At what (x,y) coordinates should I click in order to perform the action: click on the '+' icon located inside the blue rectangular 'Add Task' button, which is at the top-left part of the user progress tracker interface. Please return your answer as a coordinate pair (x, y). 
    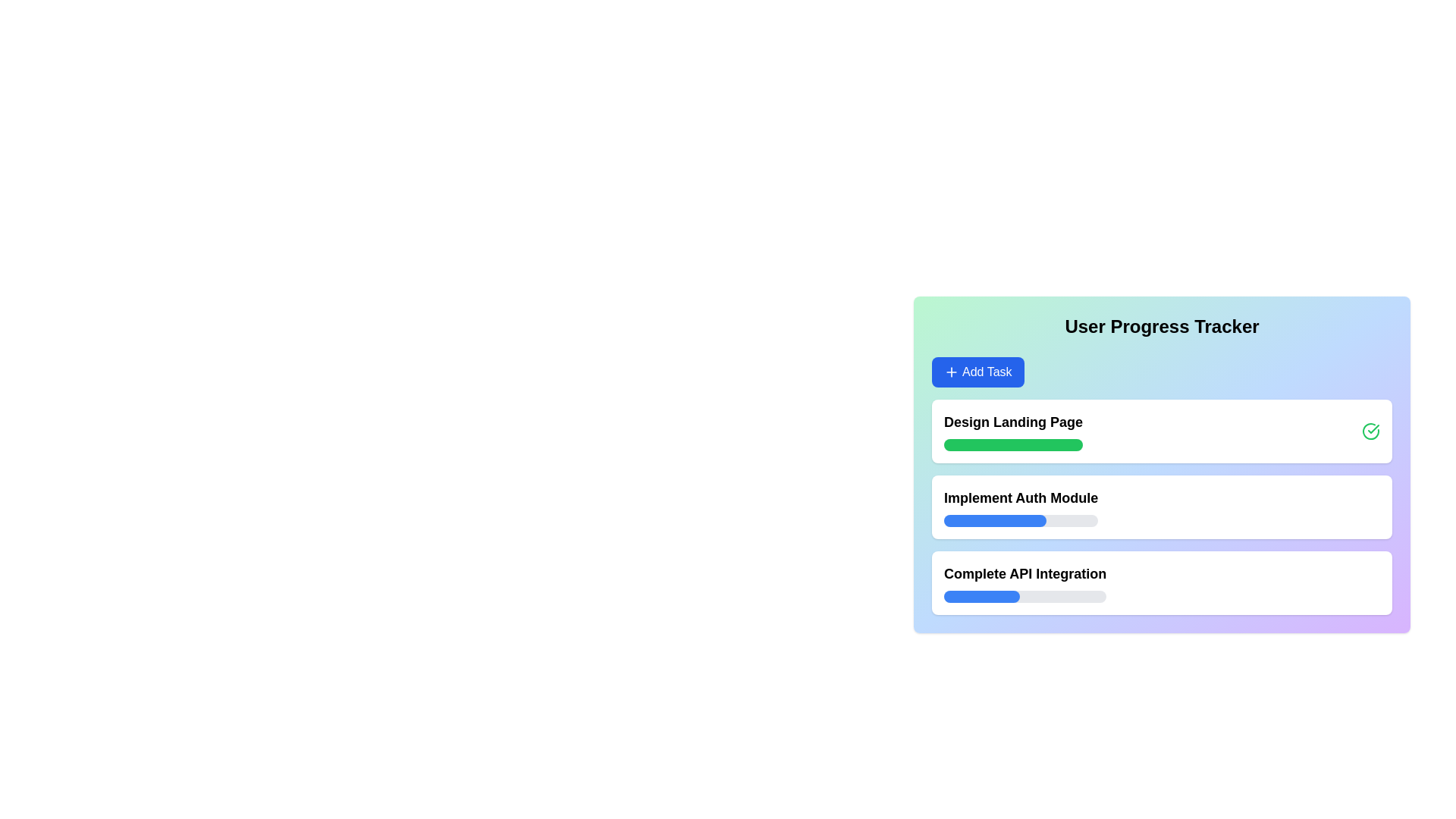
    Looking at the image, I should click on (950, 372).